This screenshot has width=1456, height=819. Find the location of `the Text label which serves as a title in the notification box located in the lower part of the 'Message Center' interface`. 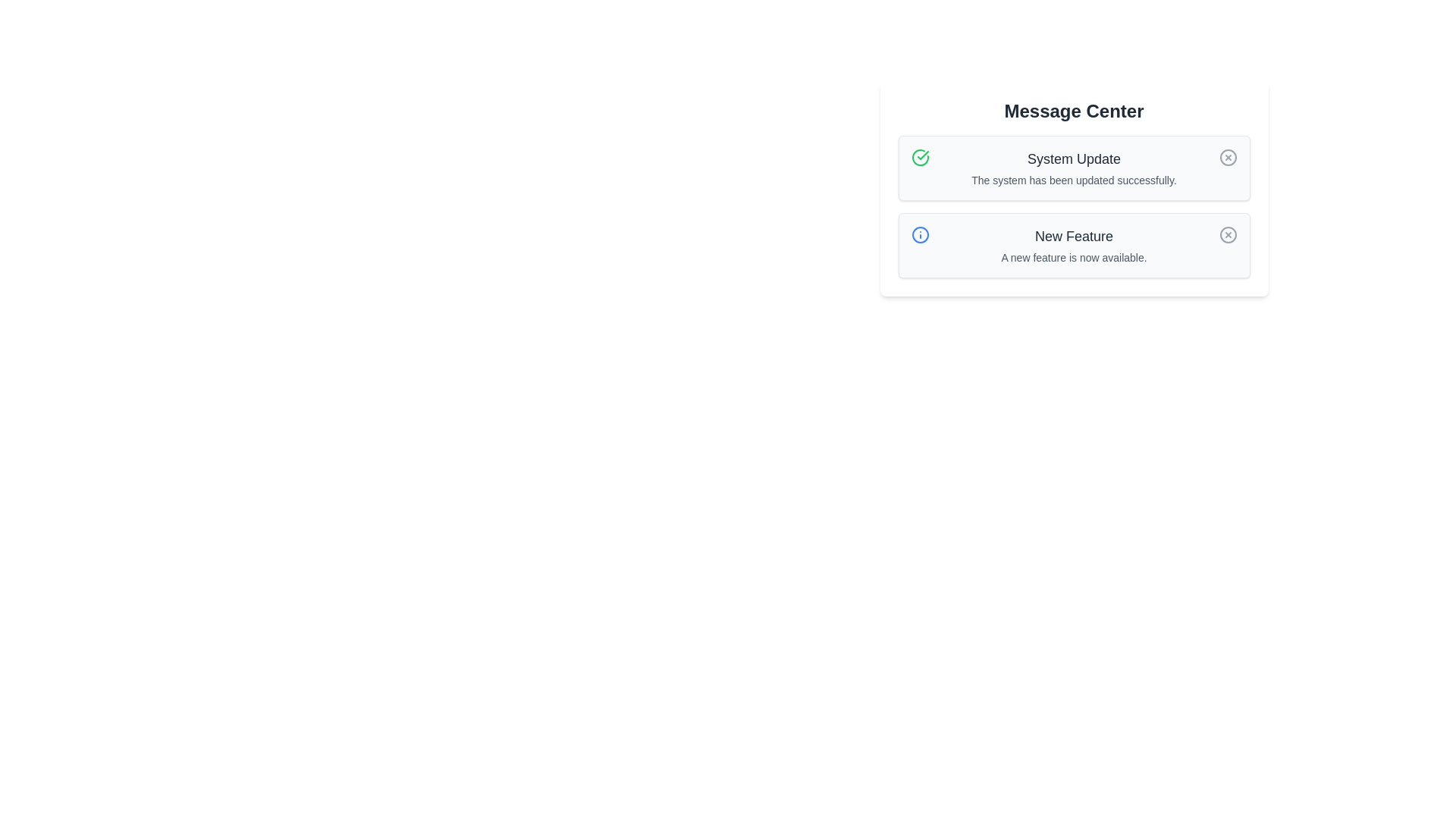

the Text label which serves as a title in the notification box located in the lower part of the 'Message Center' interface is located at coordinates (1073, 237).